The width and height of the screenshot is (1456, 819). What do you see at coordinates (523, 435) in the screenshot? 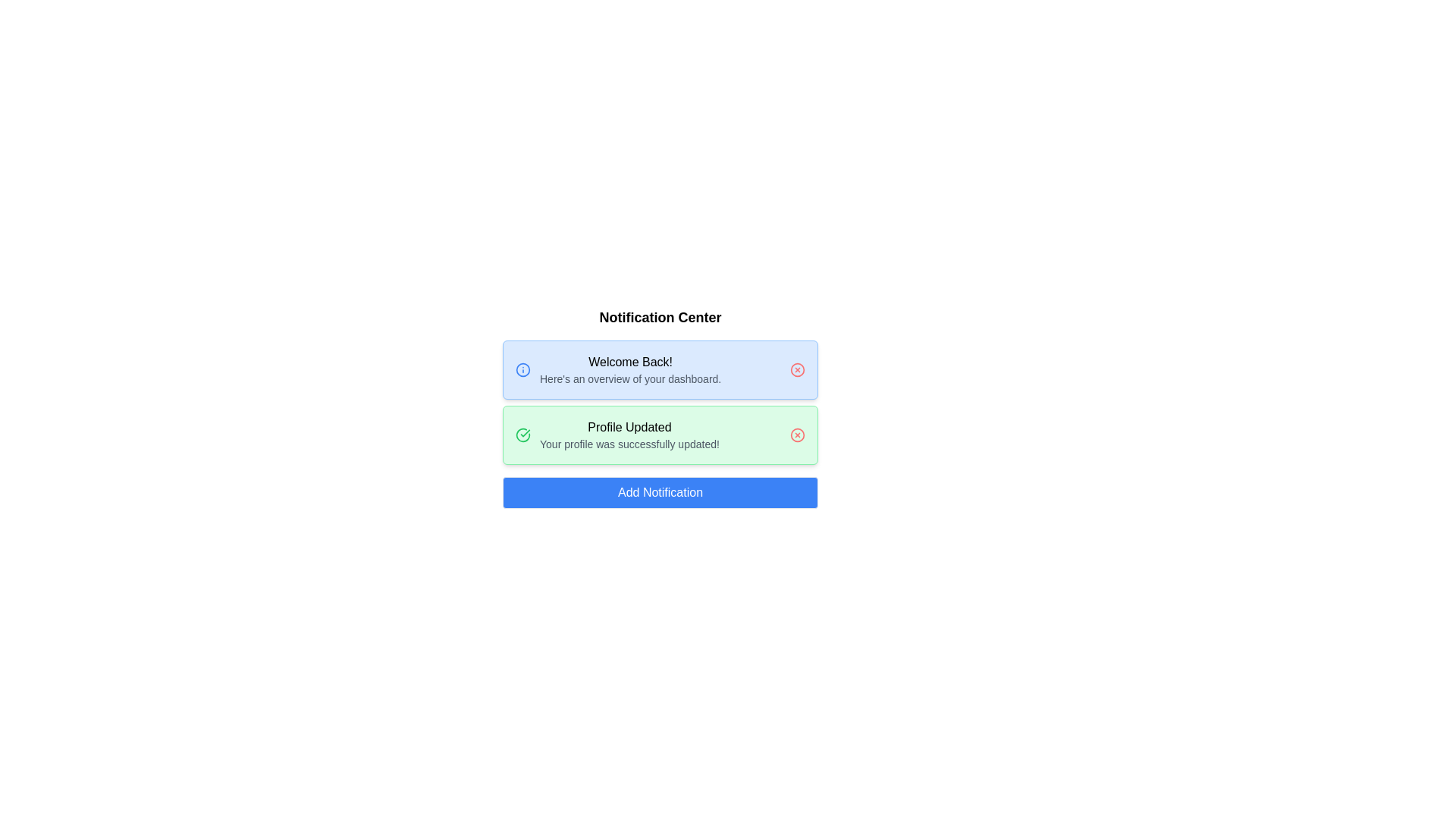
I see `the circular green Success indicator icon with a checkmark, located to the left of the 'Profile Updated' message in the green notification box` at bounding box center [523, 435].